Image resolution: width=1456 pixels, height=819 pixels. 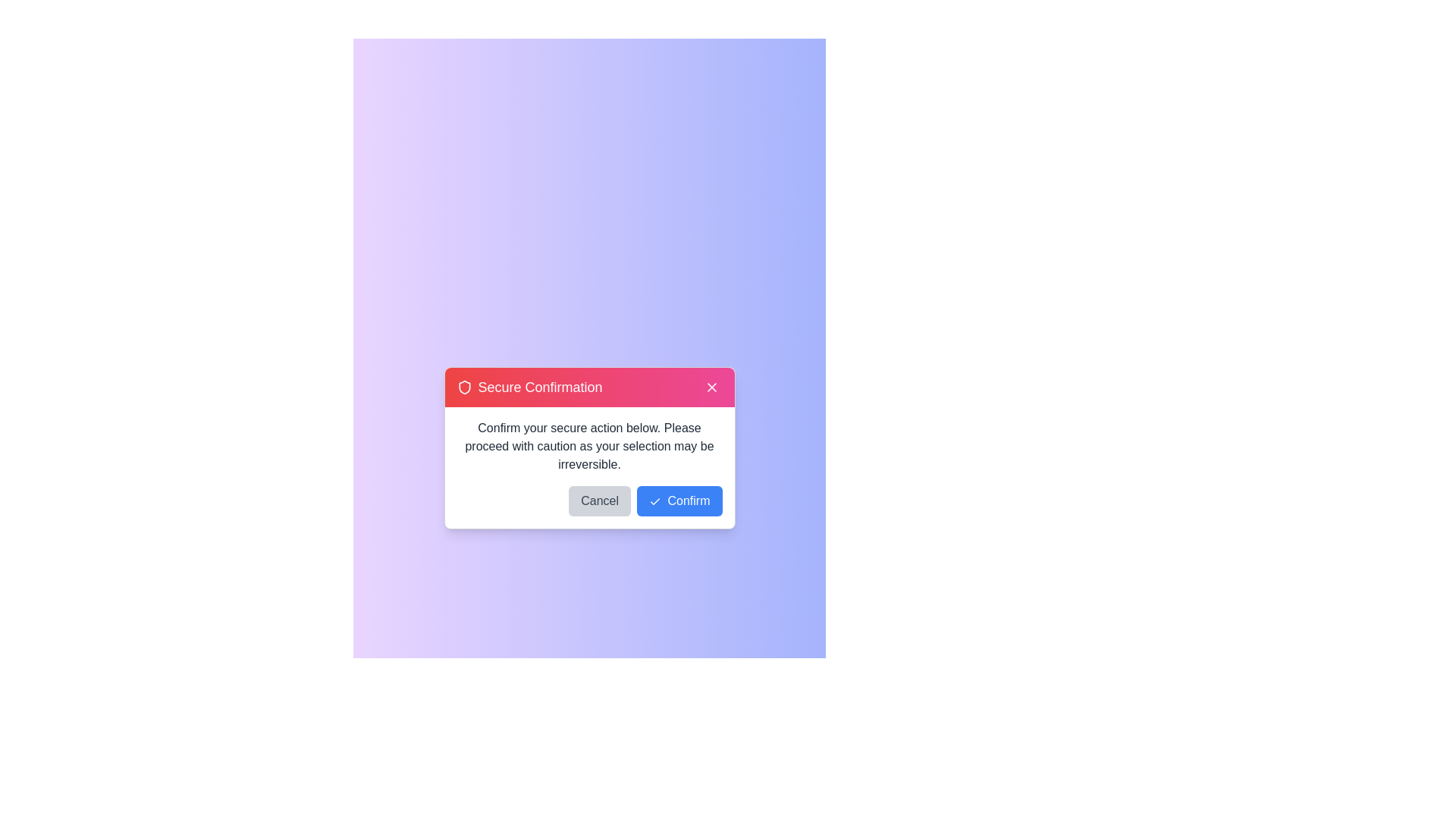 What do you see at coordinates (711, 386) in the screenshot?
I see `the close button located at the top-right corner of the 'Secure Confirmation' dialog` at bounding box center [711, 386].